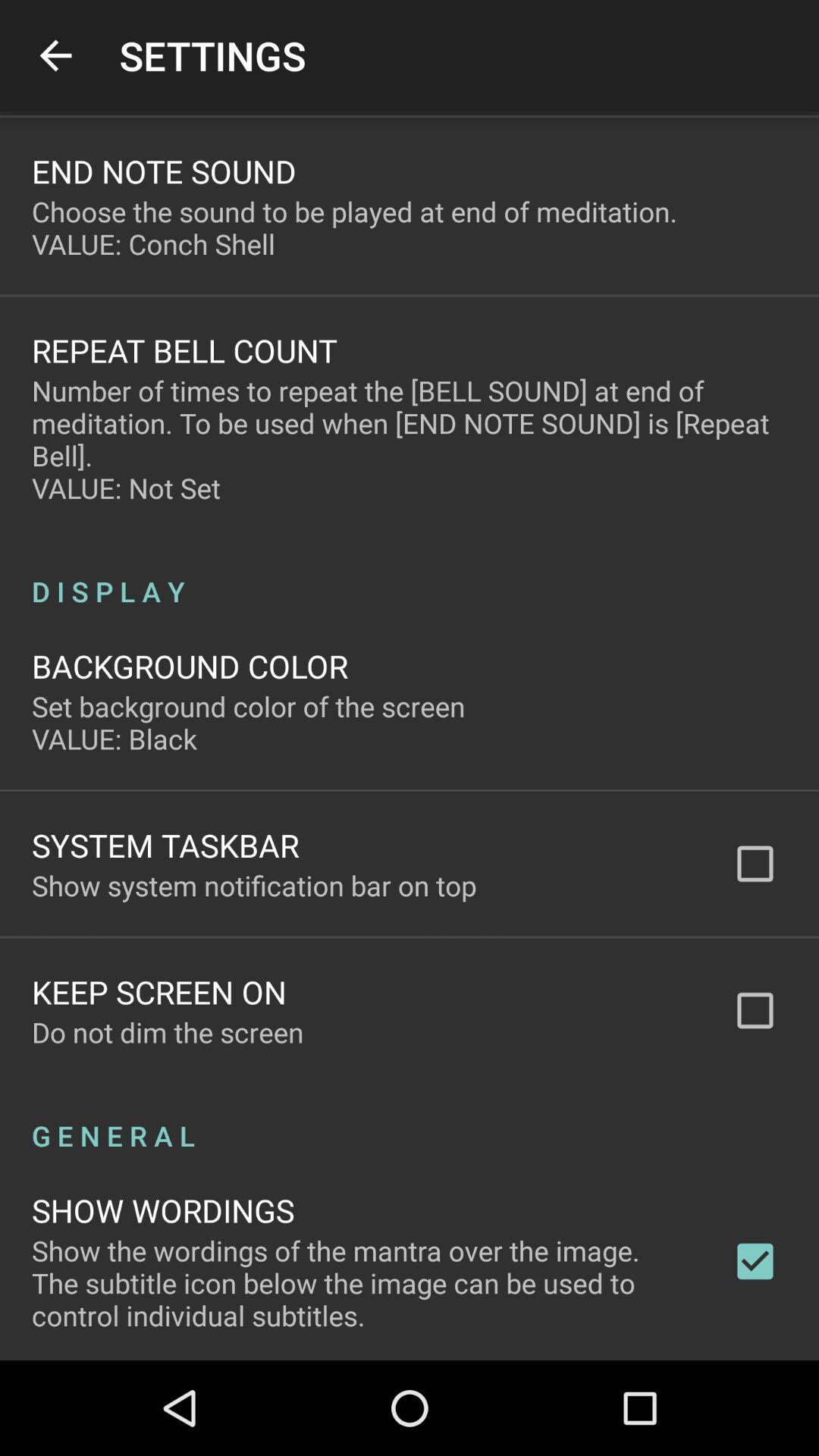 This screenshot has width=819, height=1456. Describe the element at coordinates (409, 1119) in the screenshot. I see `the icon above the show wordings` at that location.